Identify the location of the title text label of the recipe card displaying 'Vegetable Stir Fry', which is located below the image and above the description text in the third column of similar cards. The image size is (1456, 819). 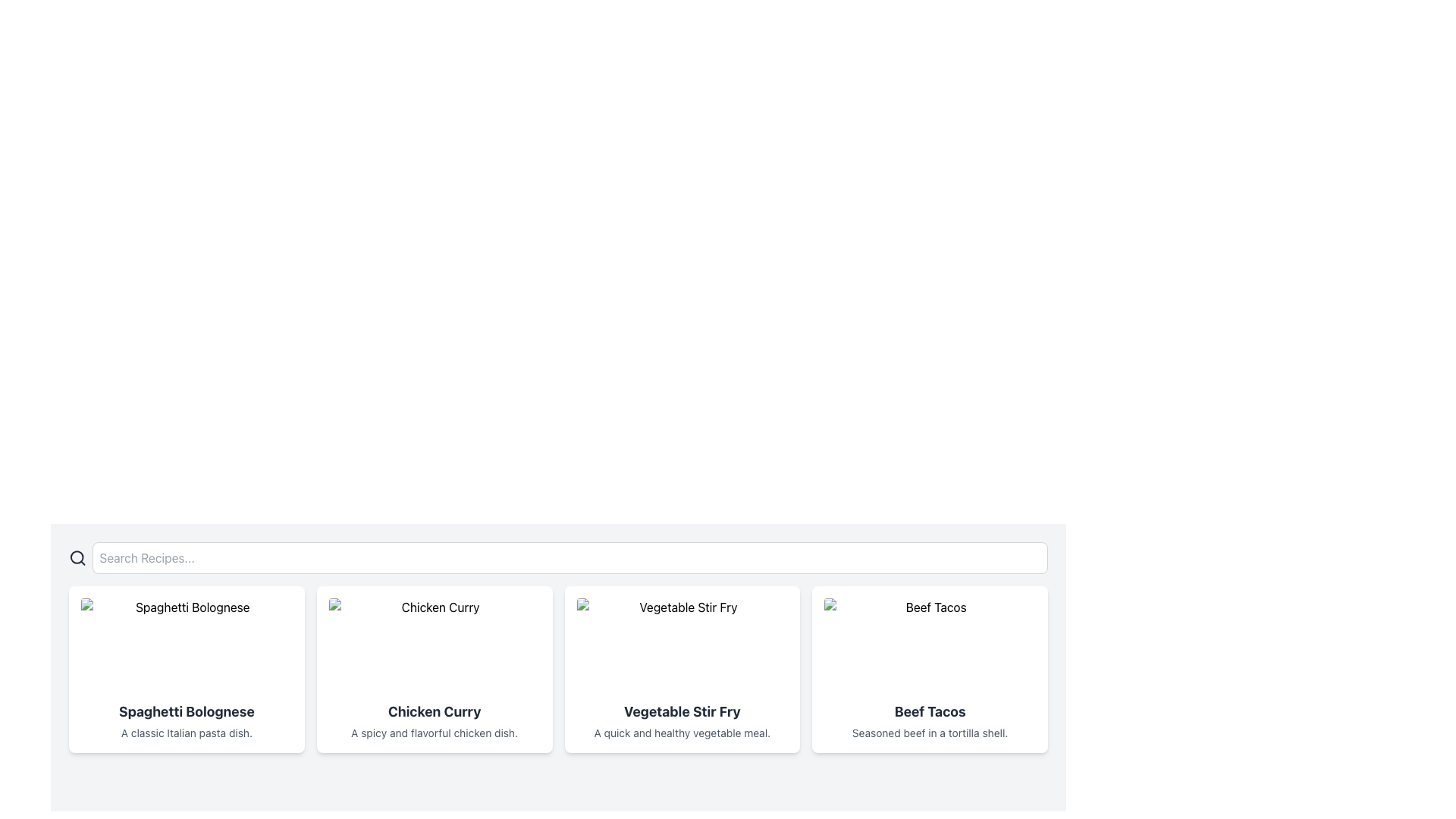
(681, 711).